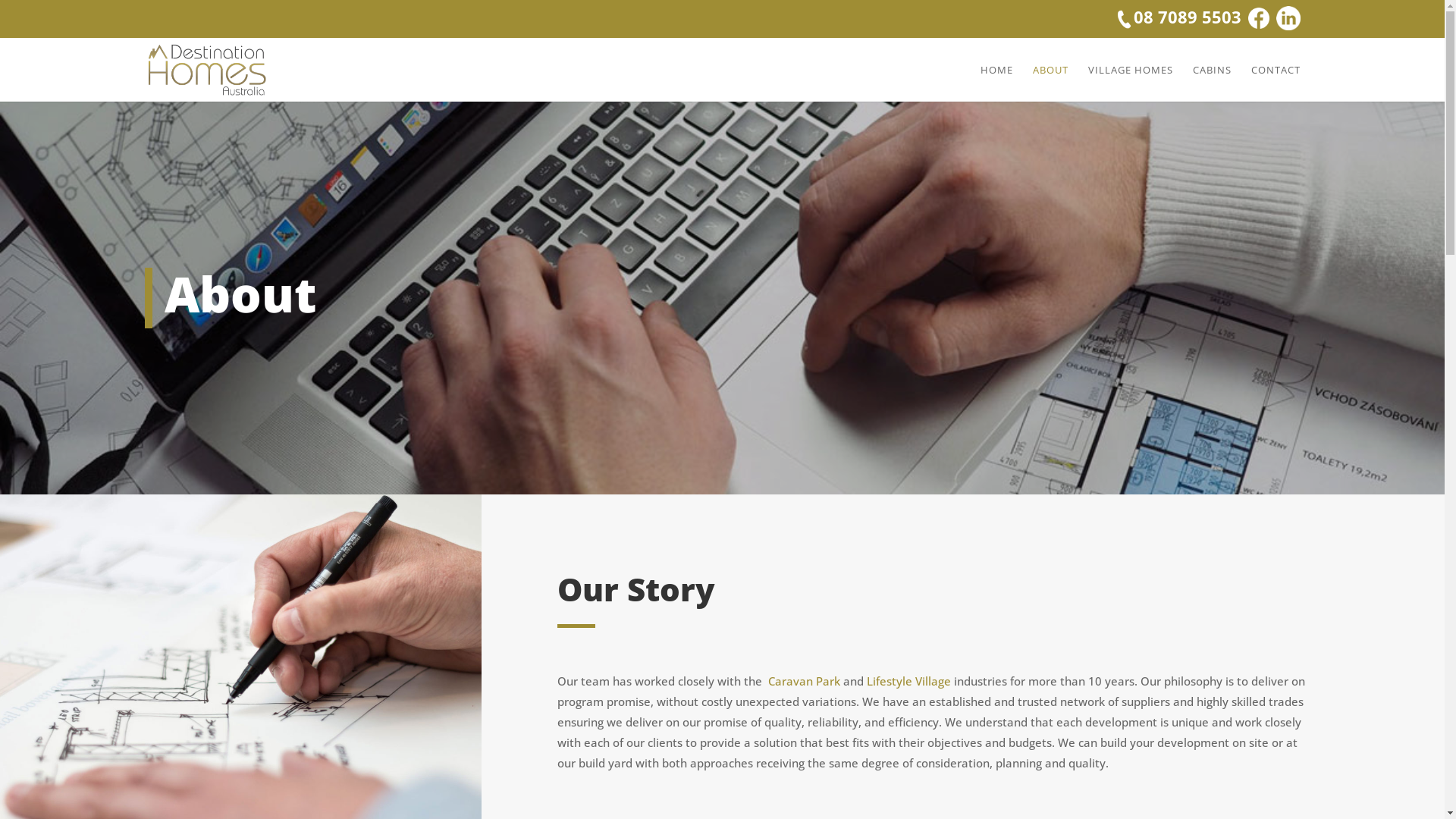 The image size is (1456, 819). Describe the element at coordinates (1050, 83) in the screenshot. I see `'ABOUT'` at that location.